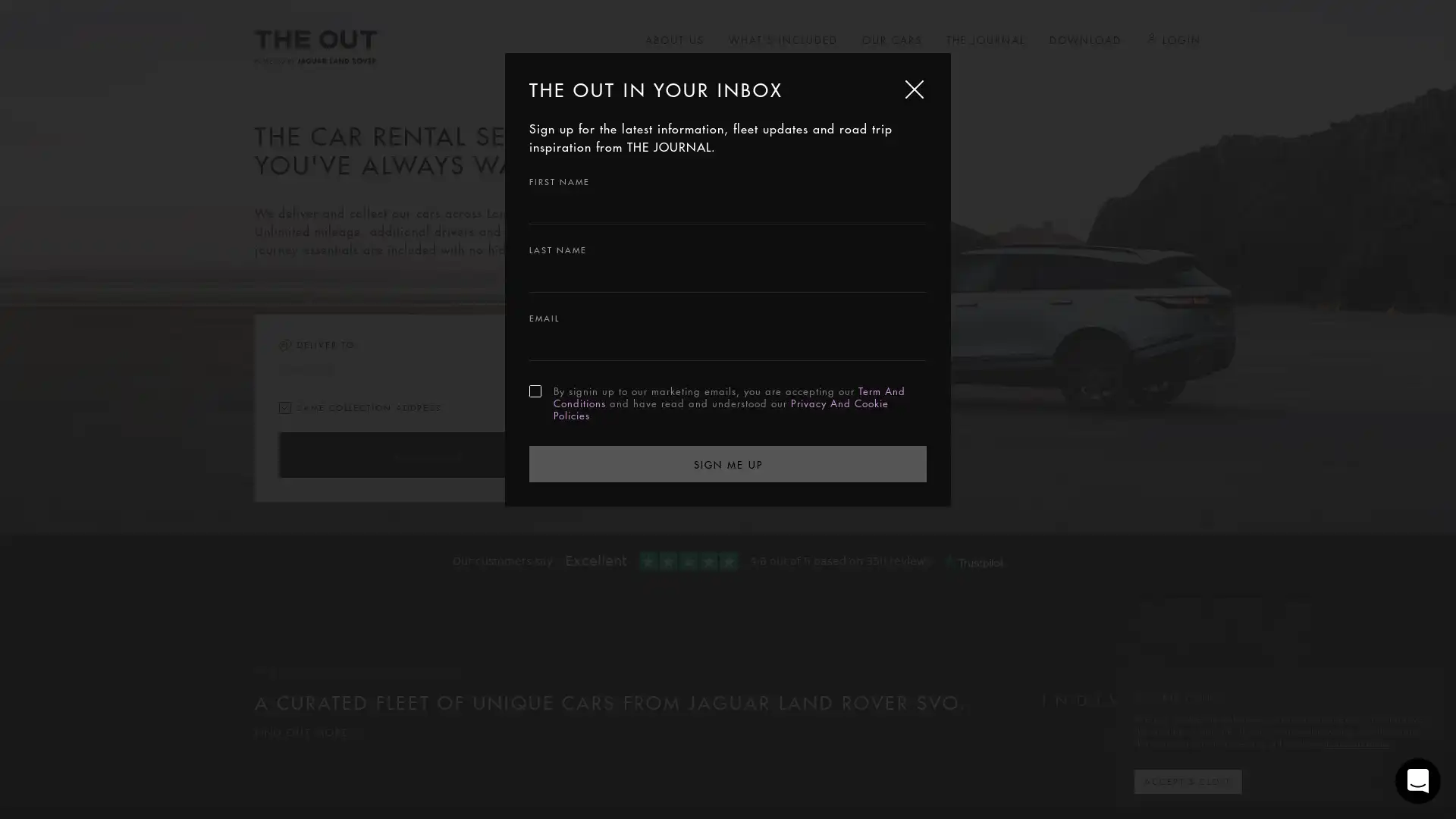  I want to click on CHOOSE CAR, so click(425, 454).